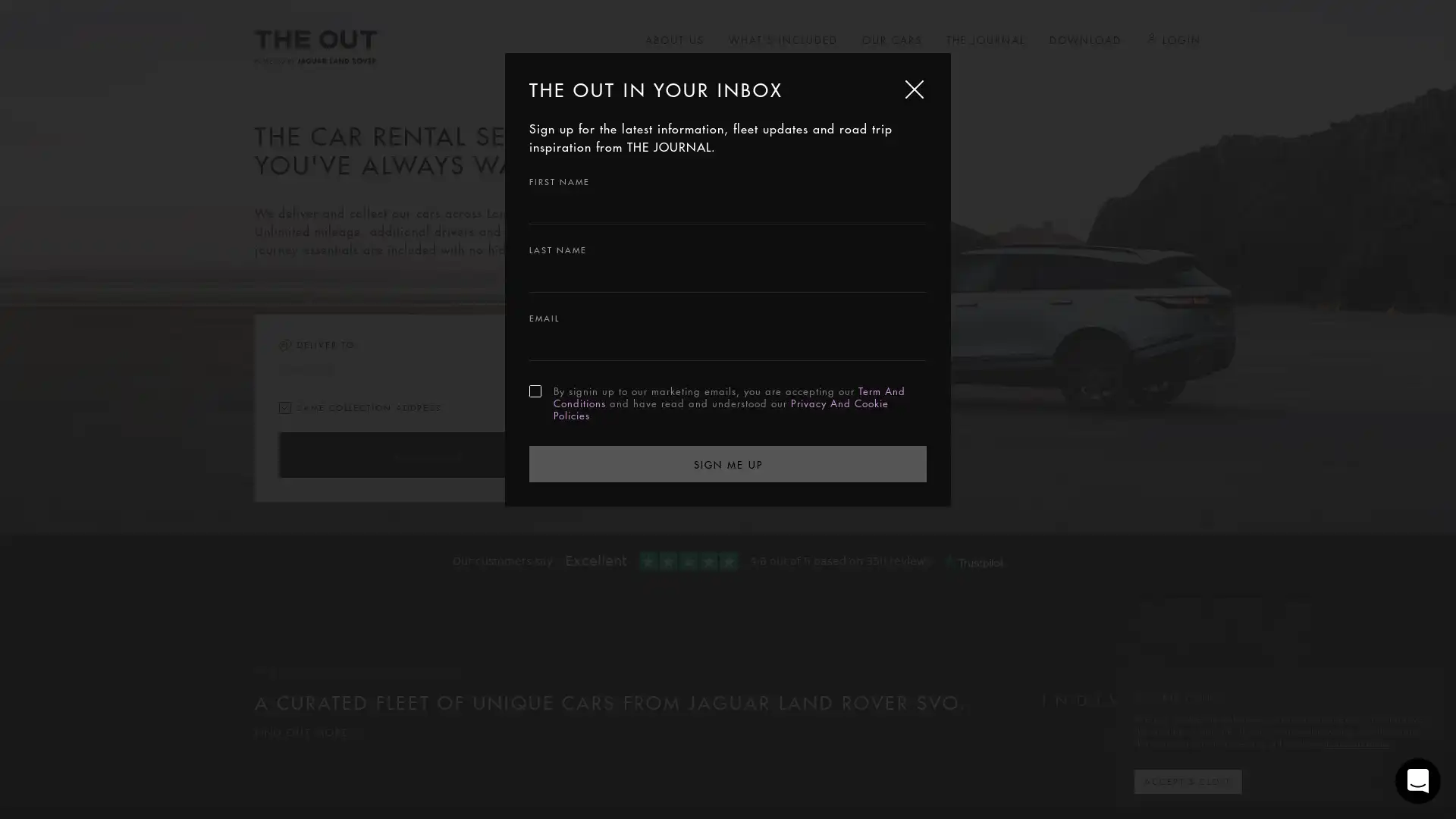  I want to click on CHOOSE CAR, so click(425, 454).